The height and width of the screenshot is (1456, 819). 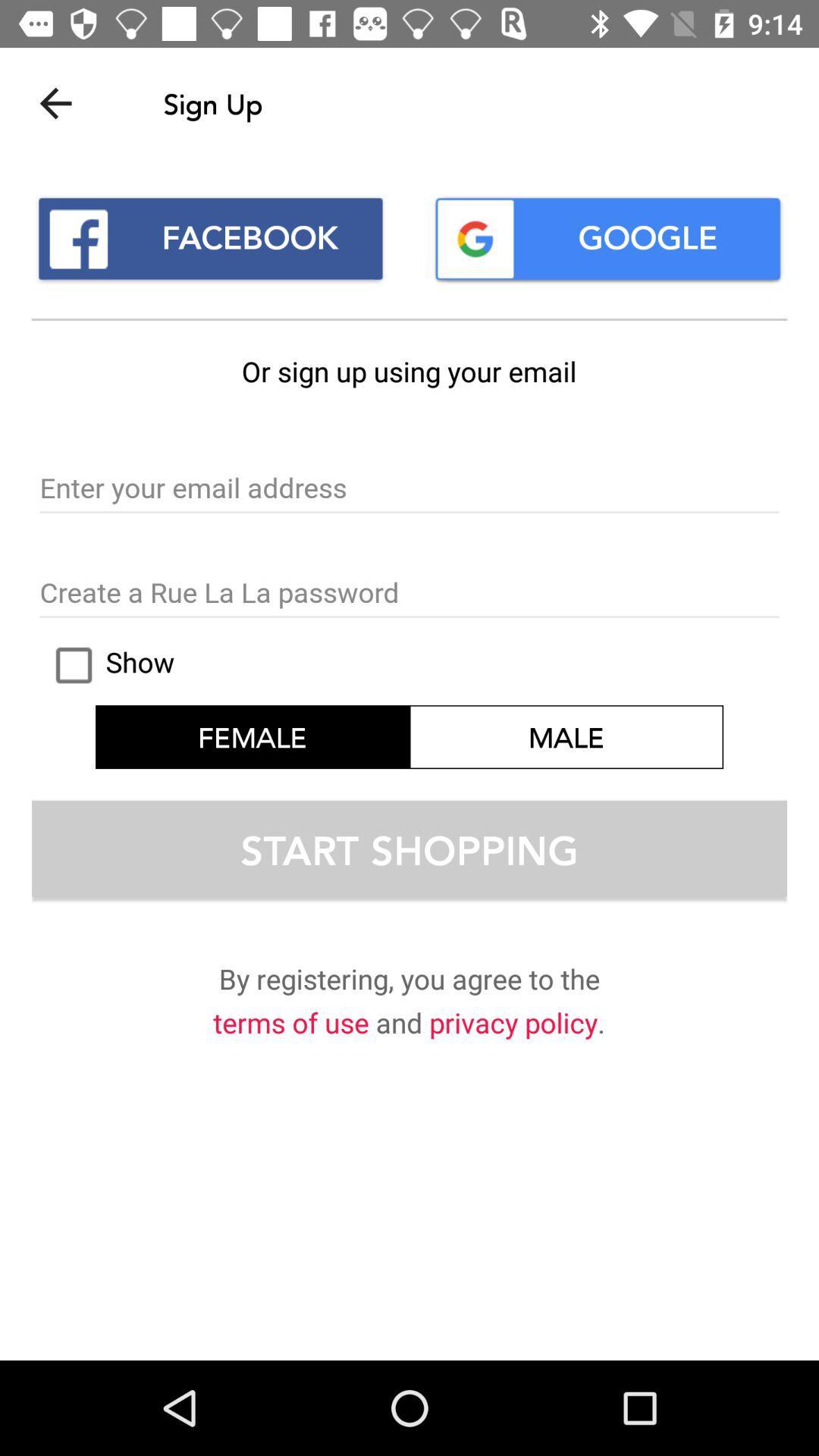 What do you see at coordinates (566, 736) in the screenshot?
I see `the item on the right` at bounding box center [566, 736].